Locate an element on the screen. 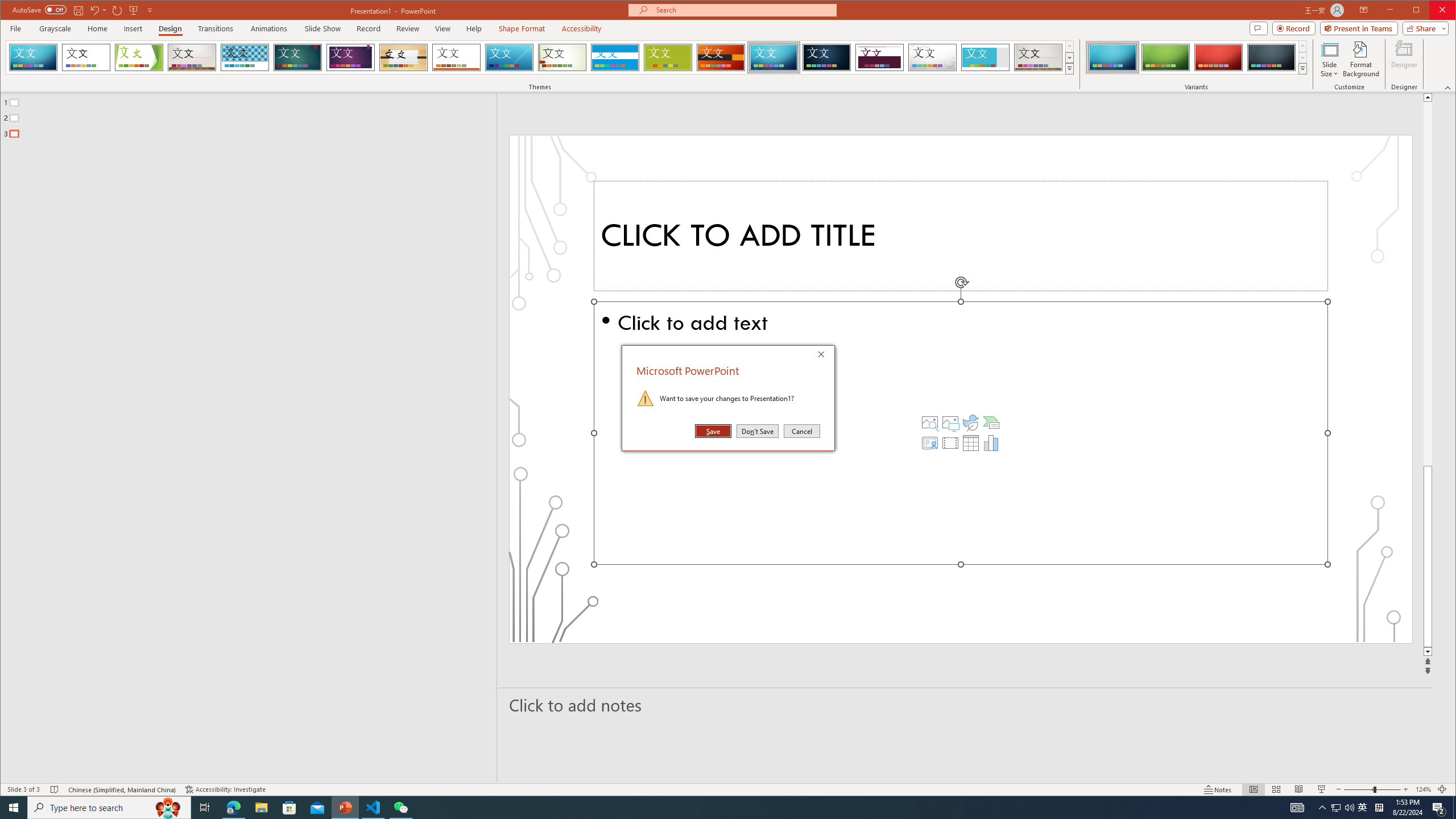 Image resolution: width=1456 pixels, height=819 pixels. 'Action Center, 2 new notifications' is located at coordinates (1439, 806).